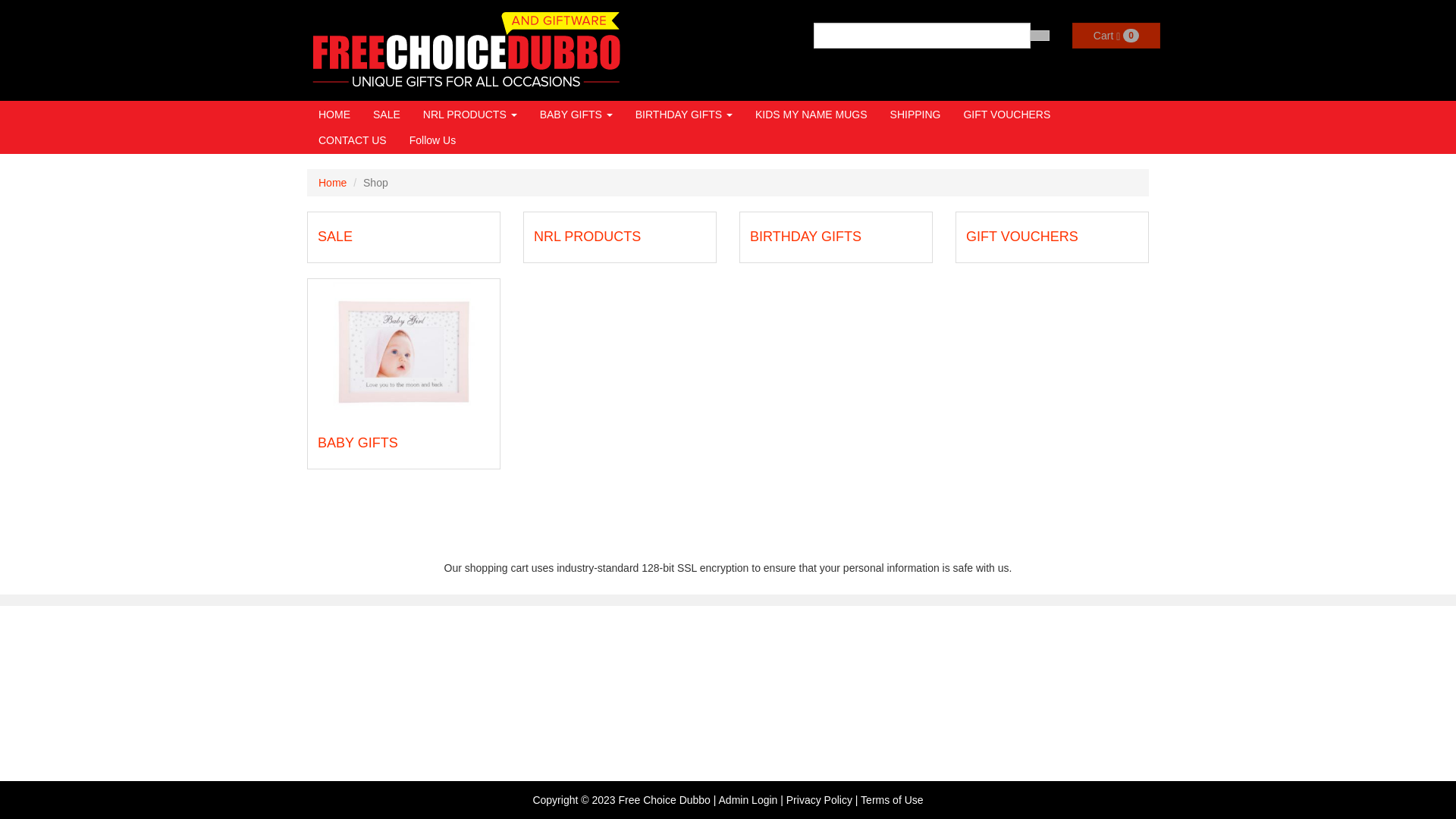  Describe the element at coordinates (356, 442) in the screenshot. I see `'BABY GIFTS'` at that location.